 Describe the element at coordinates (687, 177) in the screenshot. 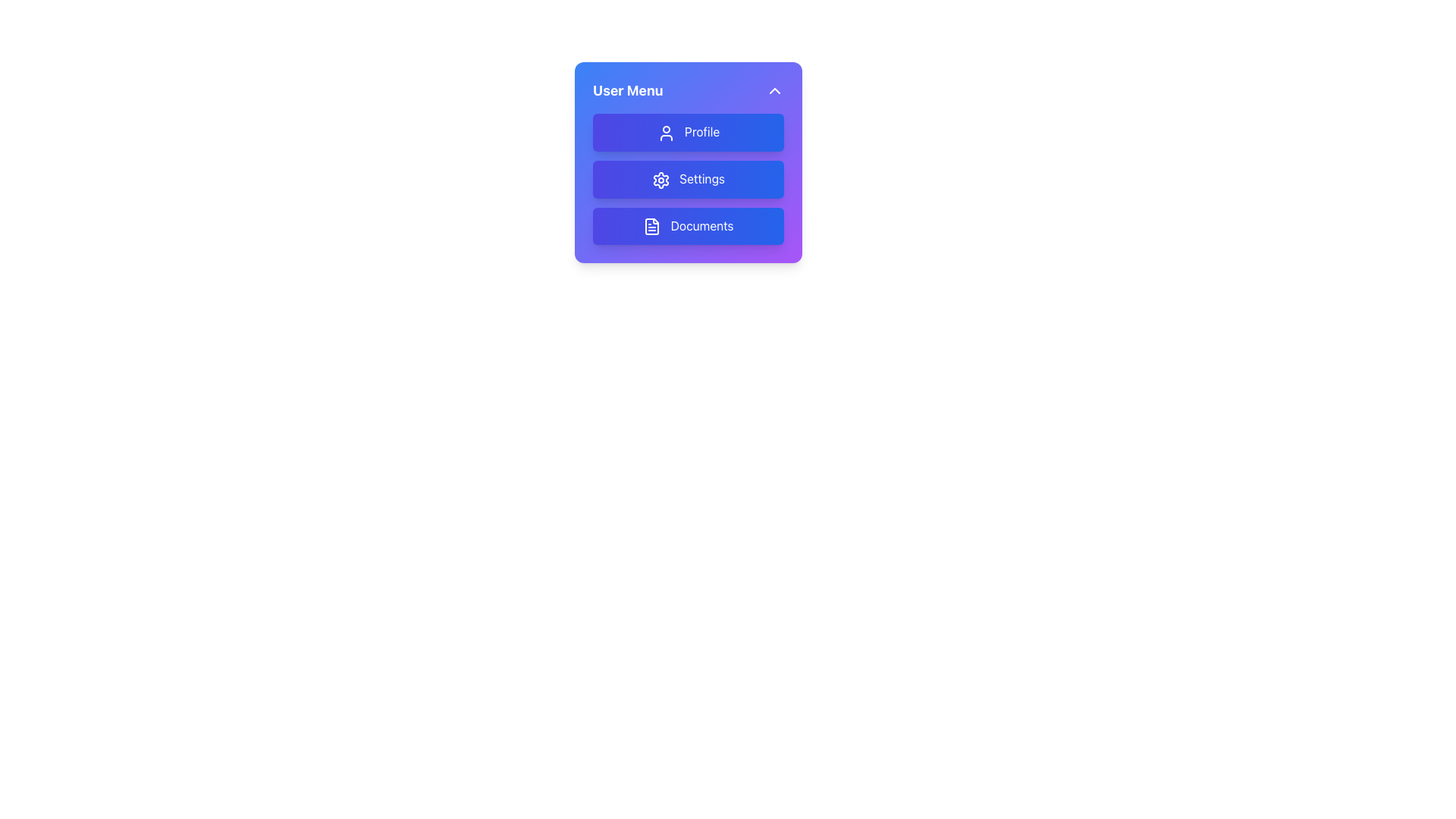

I see `the 'Settings' menu item in the User Menu vertical navigation component` at that location.